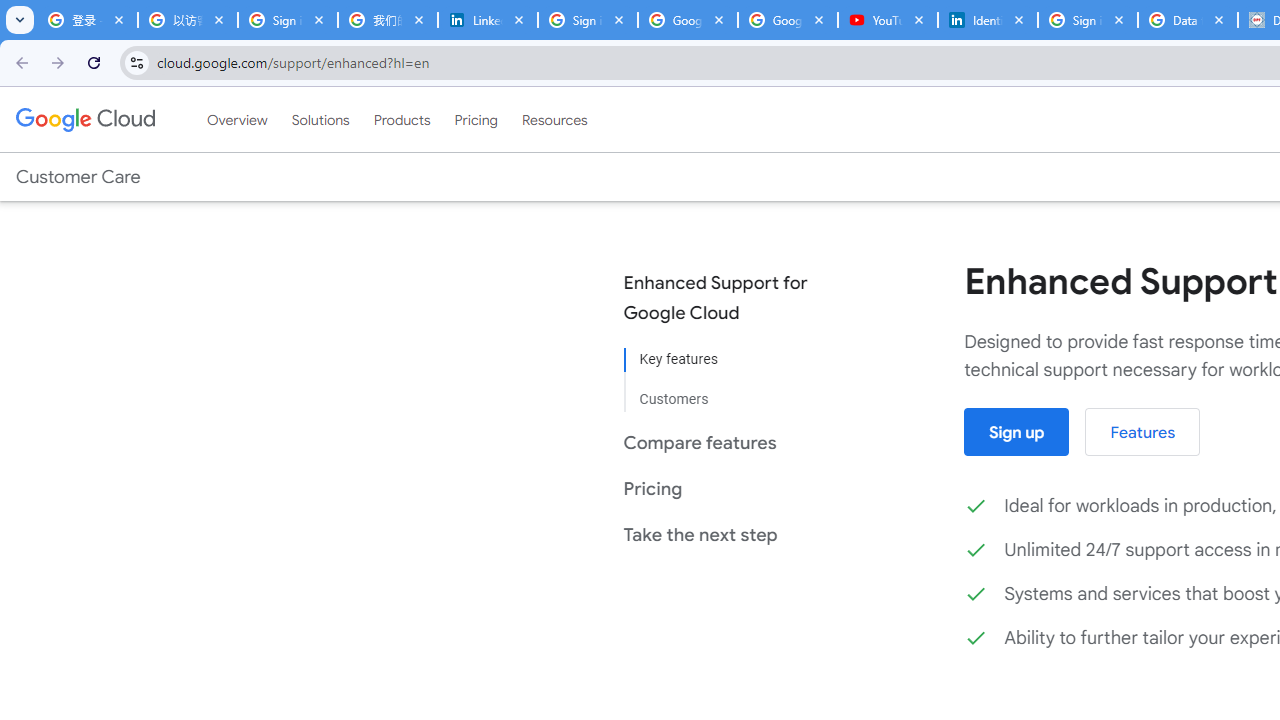  What do you see at coordinates (729, 441) in the screenshot?
I see `'Compare features'` at bounding box center [729, 441].